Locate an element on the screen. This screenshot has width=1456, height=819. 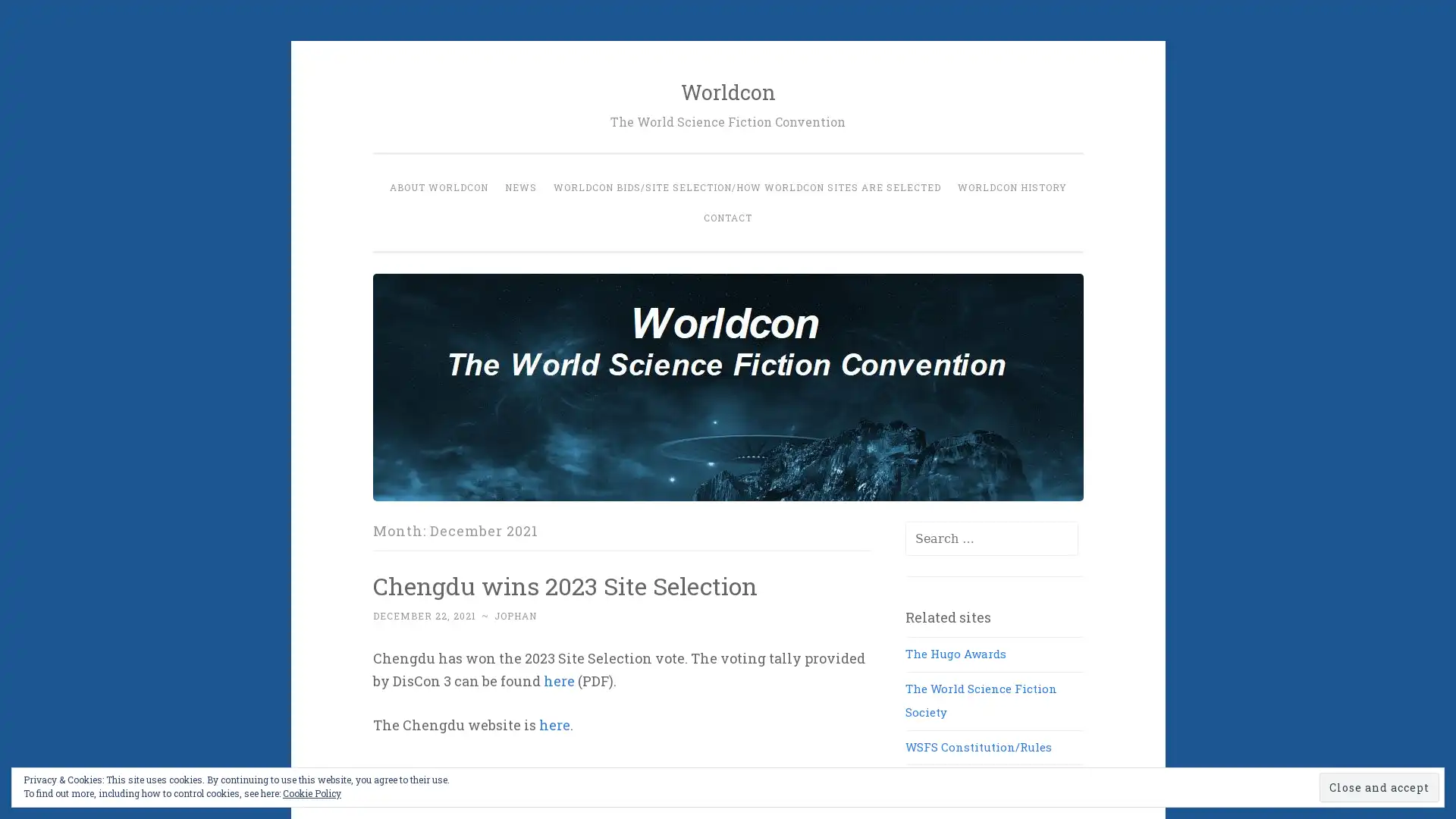
Close and accept is located at coordinates (1379, 786).